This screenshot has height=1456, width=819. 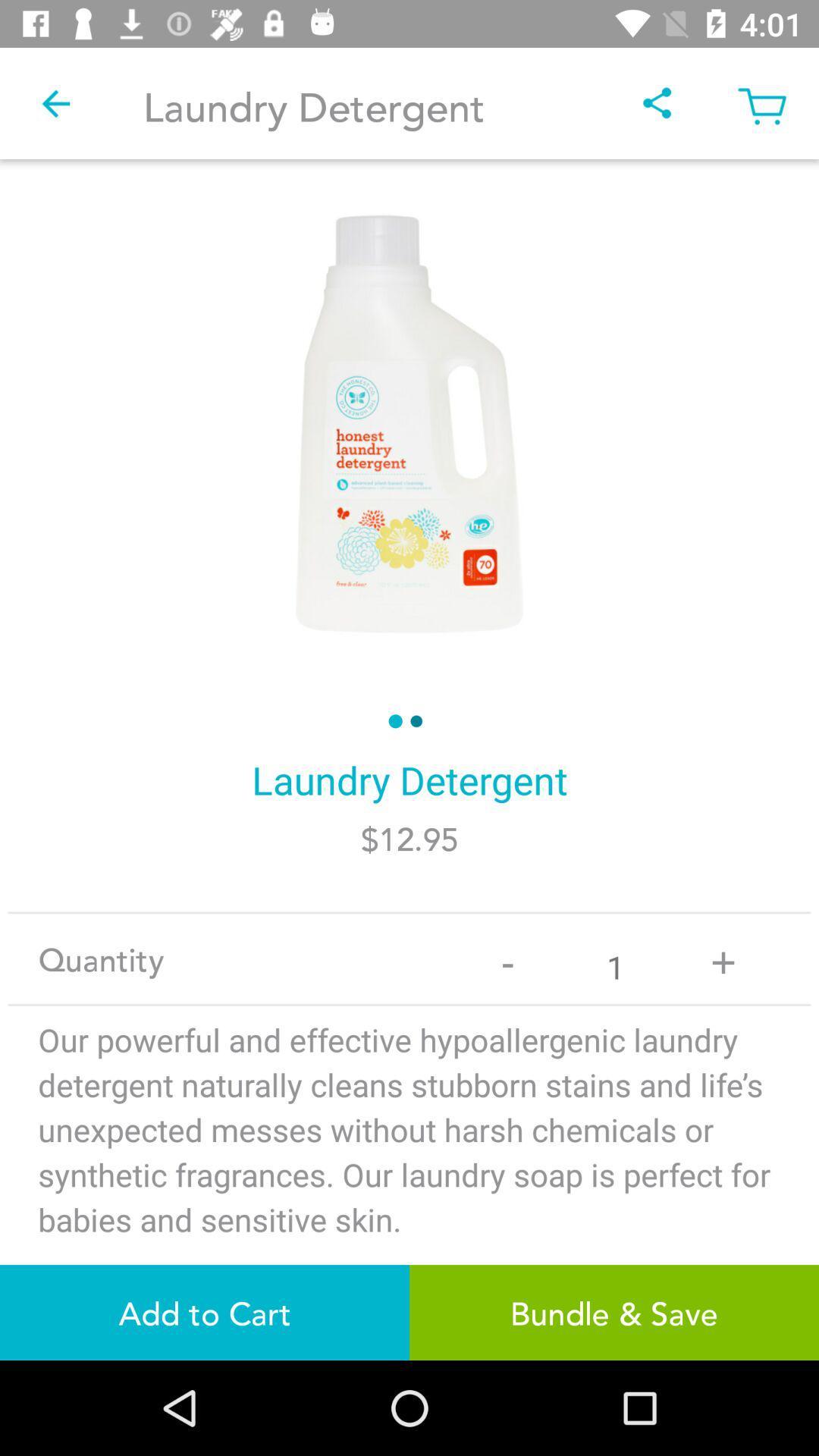 I want to click on icon next to the 1 app, so click(x=722, y=958).